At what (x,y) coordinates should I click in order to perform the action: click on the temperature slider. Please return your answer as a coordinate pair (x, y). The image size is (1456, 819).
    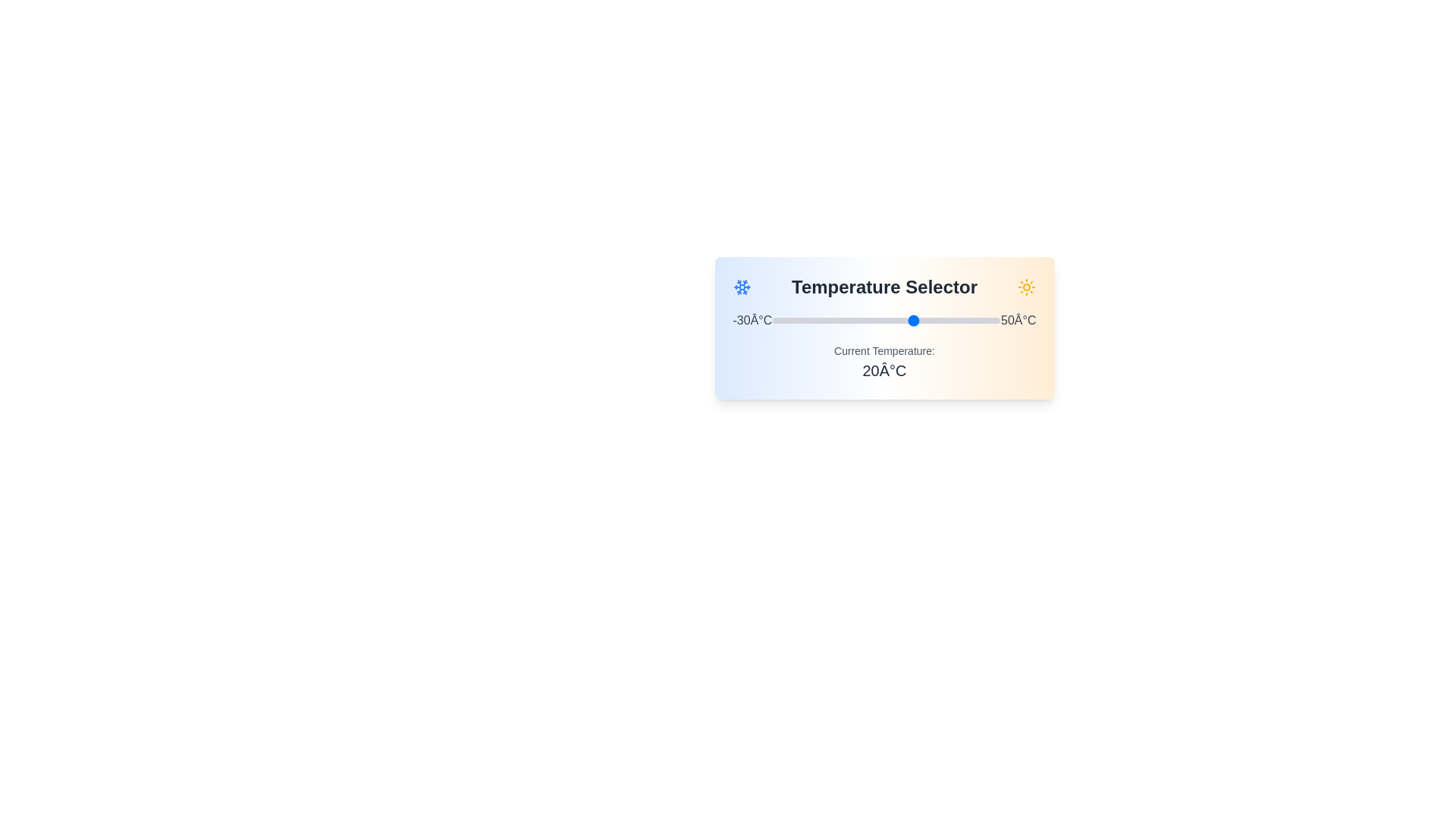
    Looking at the image, I should click on (959, 320).